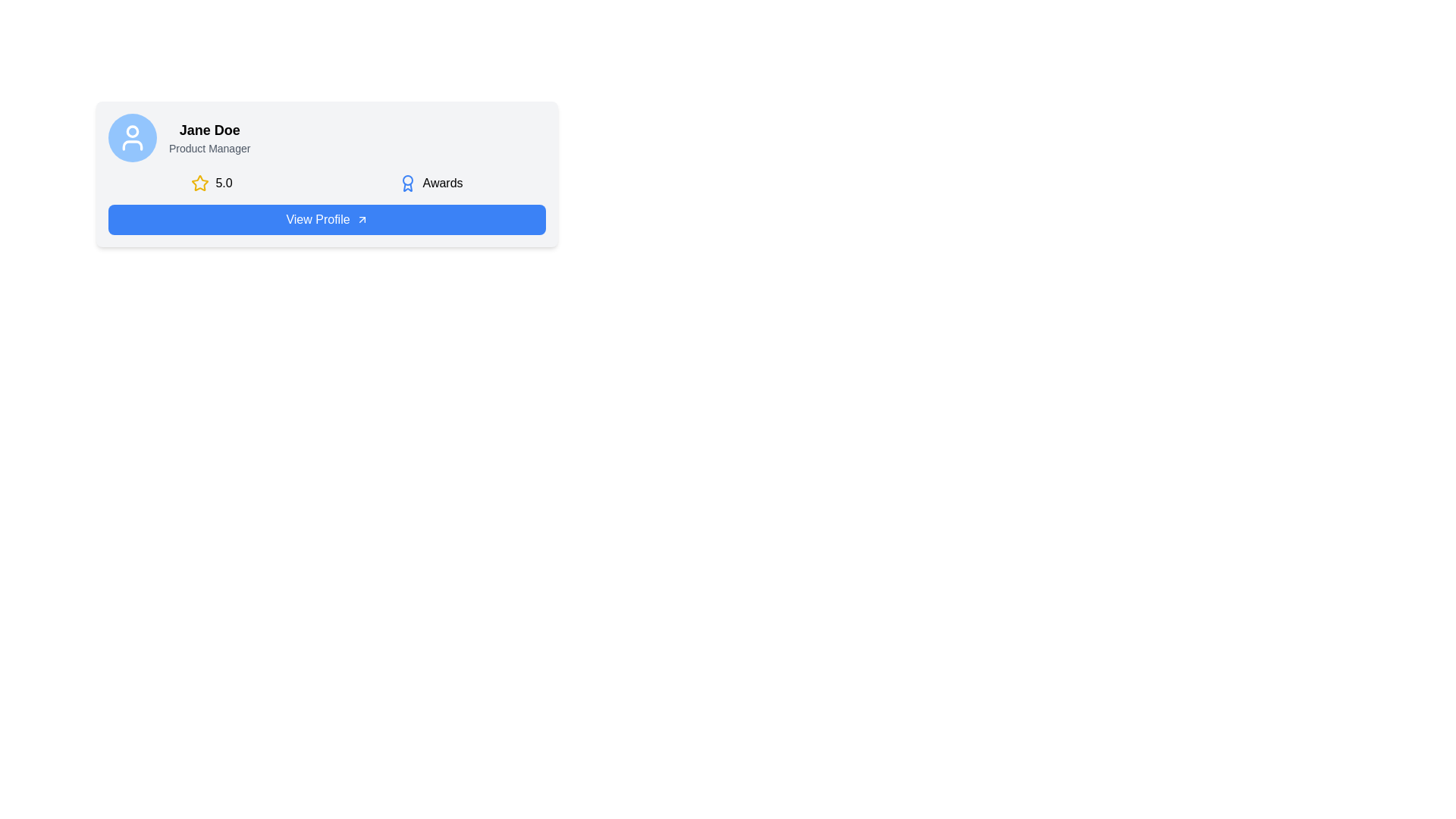 The image size is (1456, 819). Describe the element at coordinates (211, 183) in the screenshot. I see `the rating display element consisting of a star icon and text` at that location.